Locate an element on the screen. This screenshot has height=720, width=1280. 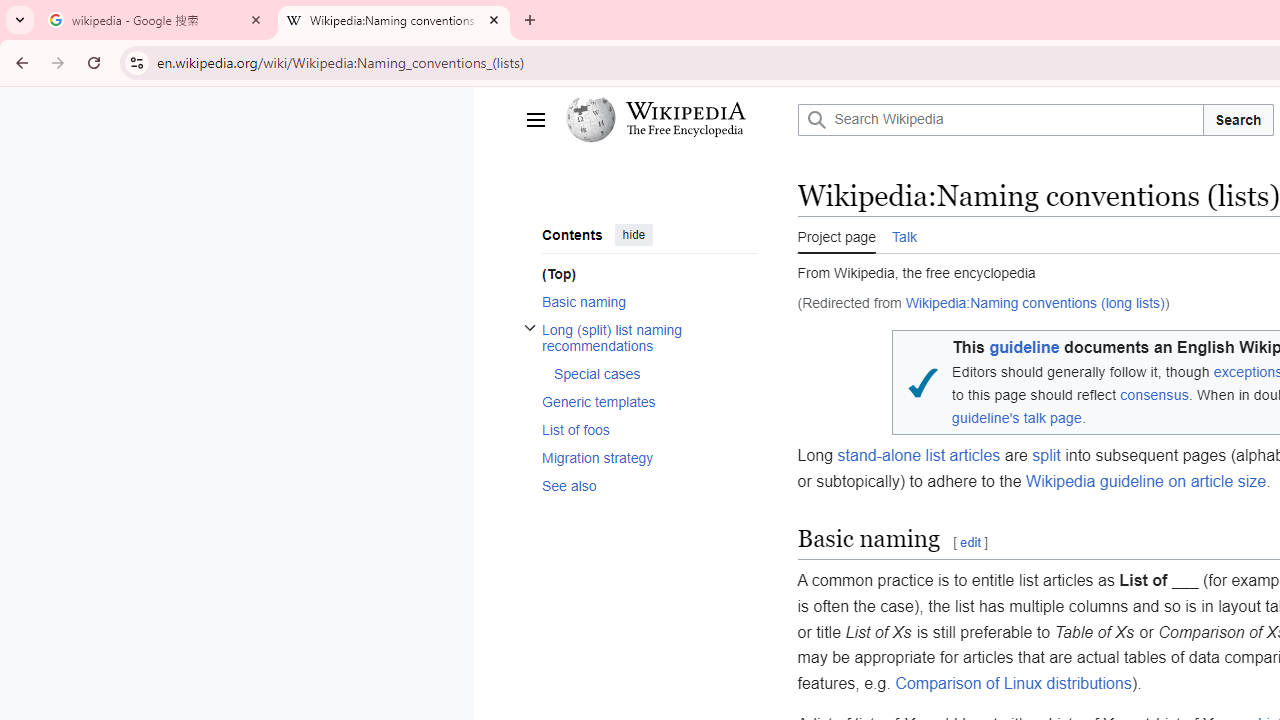
'Wikipedia The Free Encyclopedia' is located at coordinates (676, 119).